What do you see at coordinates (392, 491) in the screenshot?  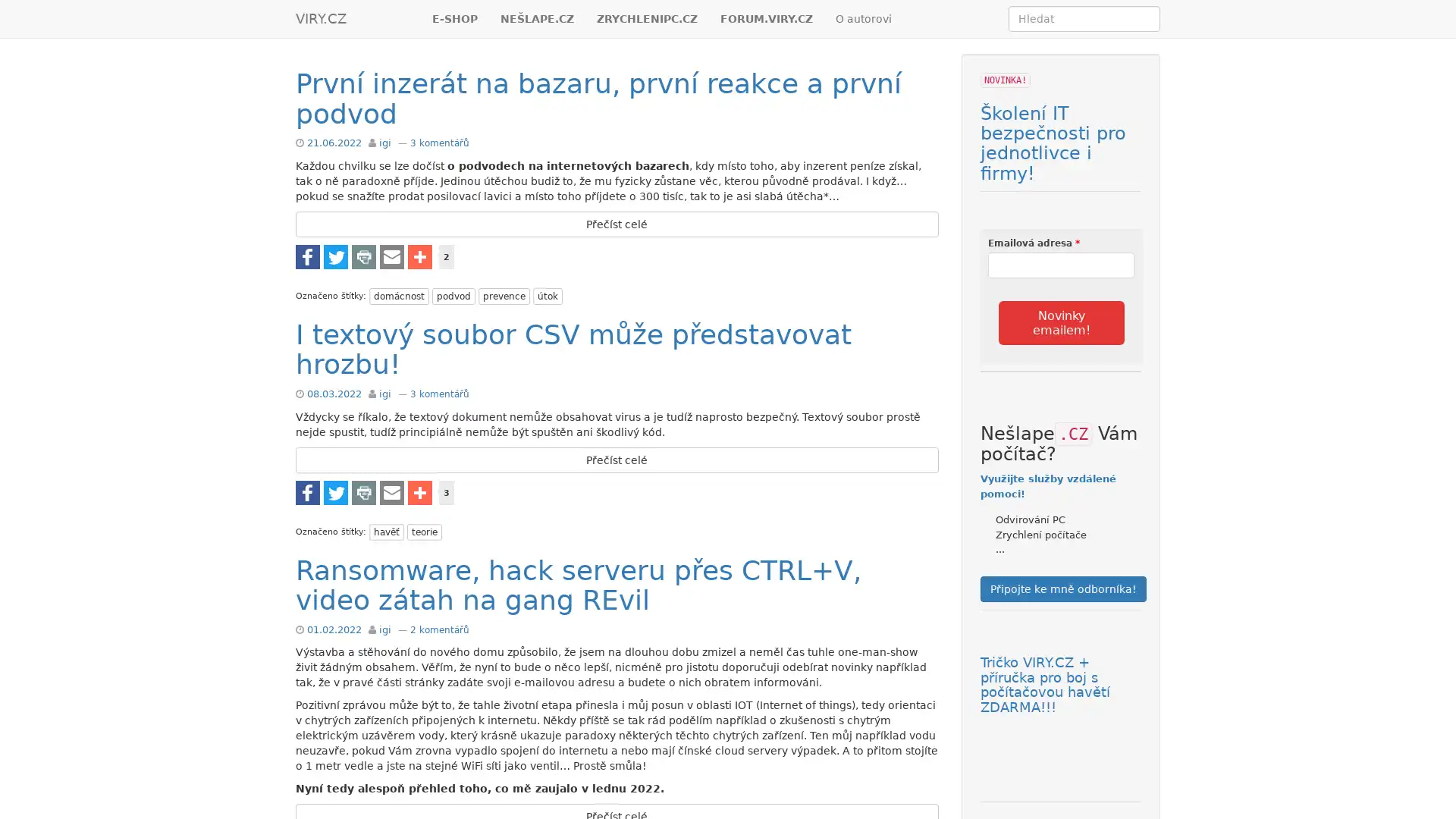 I see `Share to E-mail` at bounding box center [392, 491].